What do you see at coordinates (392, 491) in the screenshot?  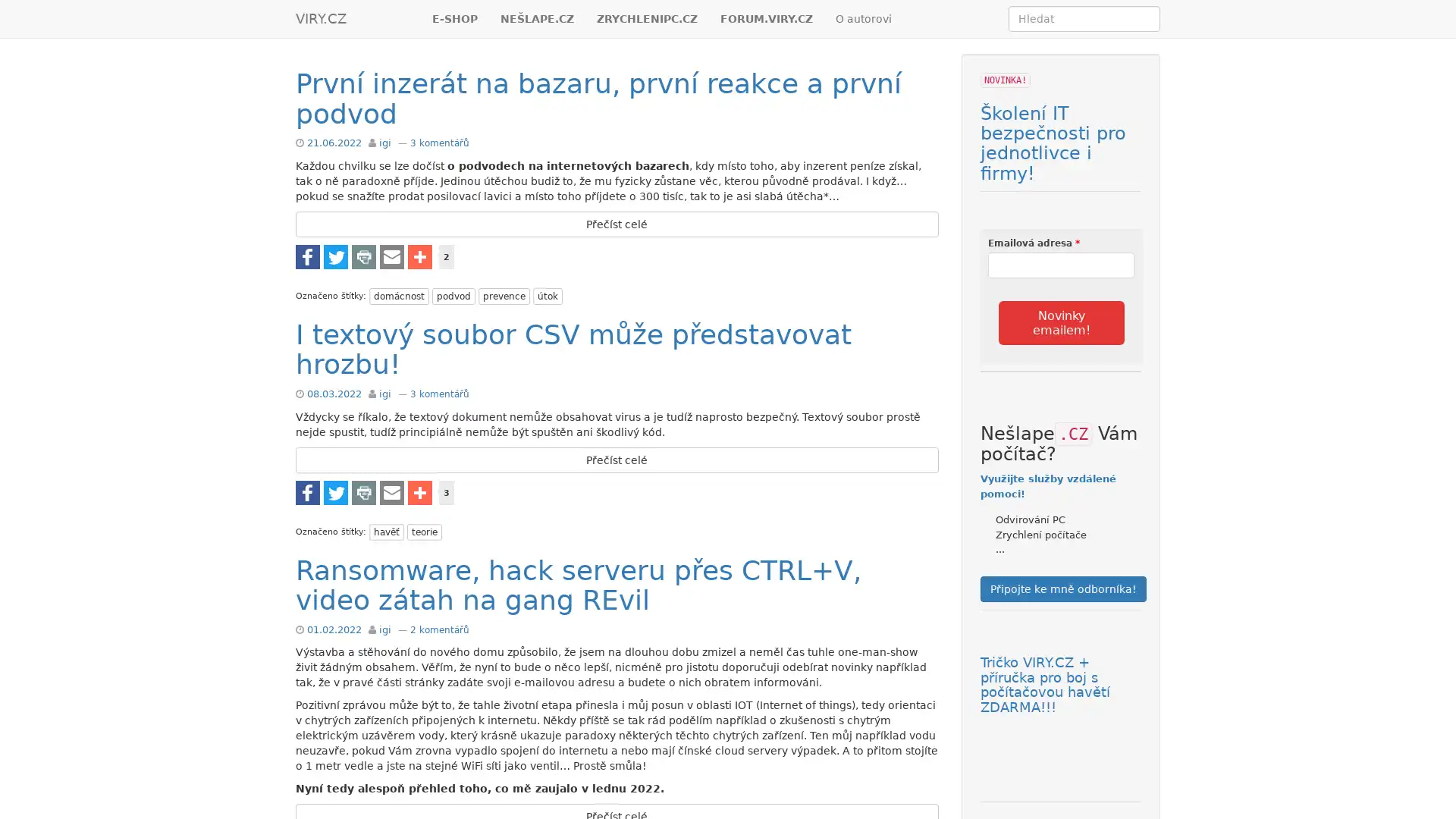 I see `Share to E-mail` at bounding box center [392, 491].